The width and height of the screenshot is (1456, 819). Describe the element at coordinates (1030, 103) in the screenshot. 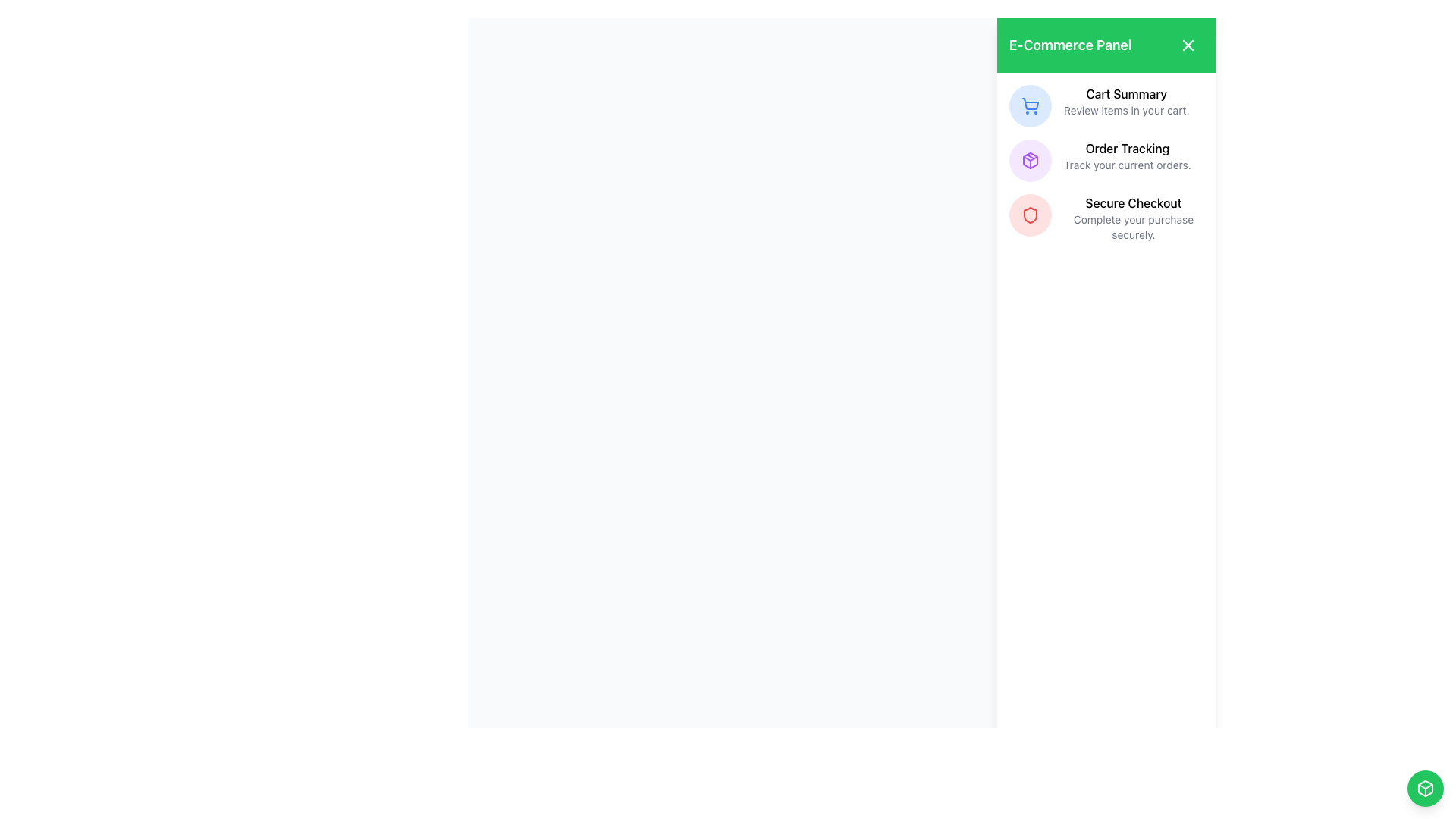

I see `the shopping cart icon located in the 'Cart Summary' section under the 'E-Commerce Panel' using keyboard navigation` at that location.